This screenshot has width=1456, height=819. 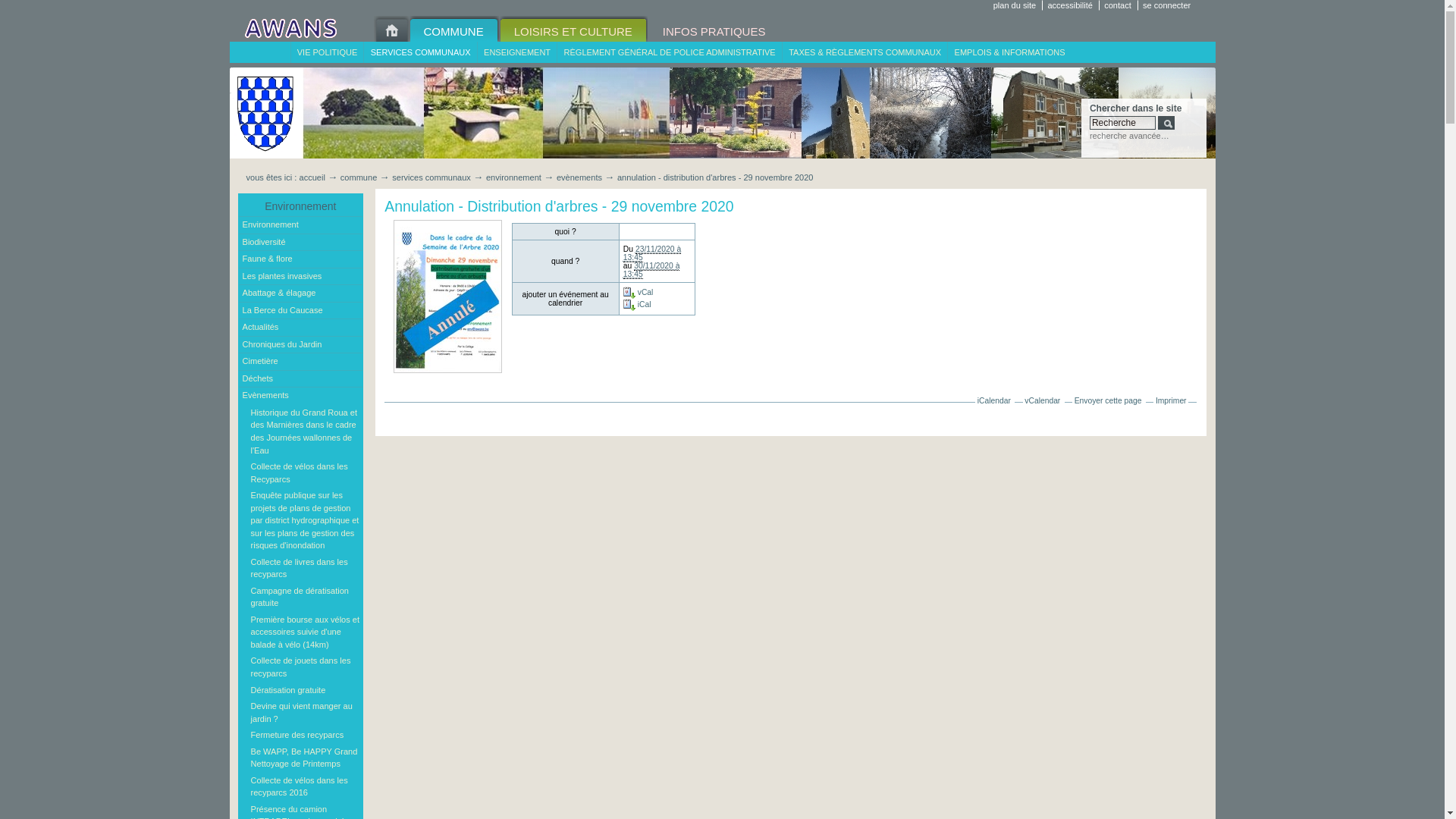 I want to click on 'SERVICES COMMUNAUX', so click(x=419, y=52).